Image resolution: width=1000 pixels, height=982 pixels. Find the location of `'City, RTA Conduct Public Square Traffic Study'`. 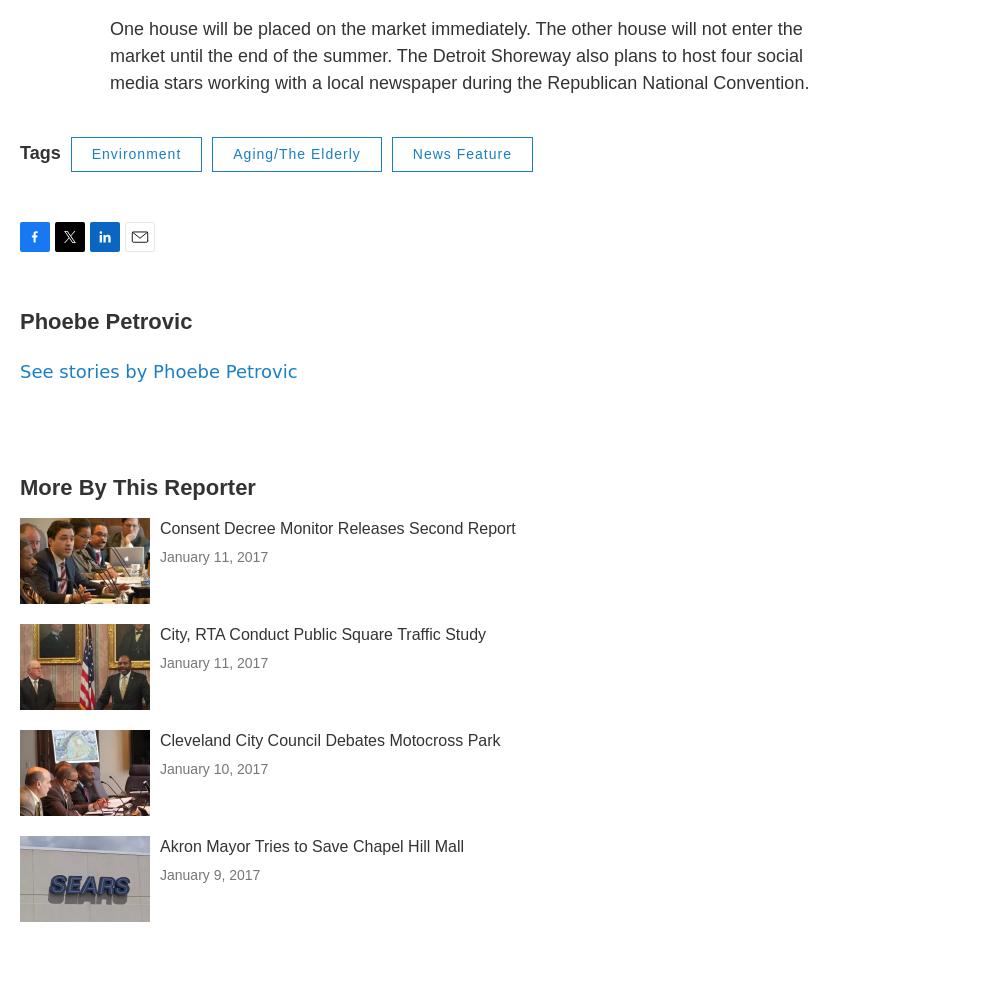

'City, RTA Conduct Public Square Traffic Study' is located at coordinates (322, 632).